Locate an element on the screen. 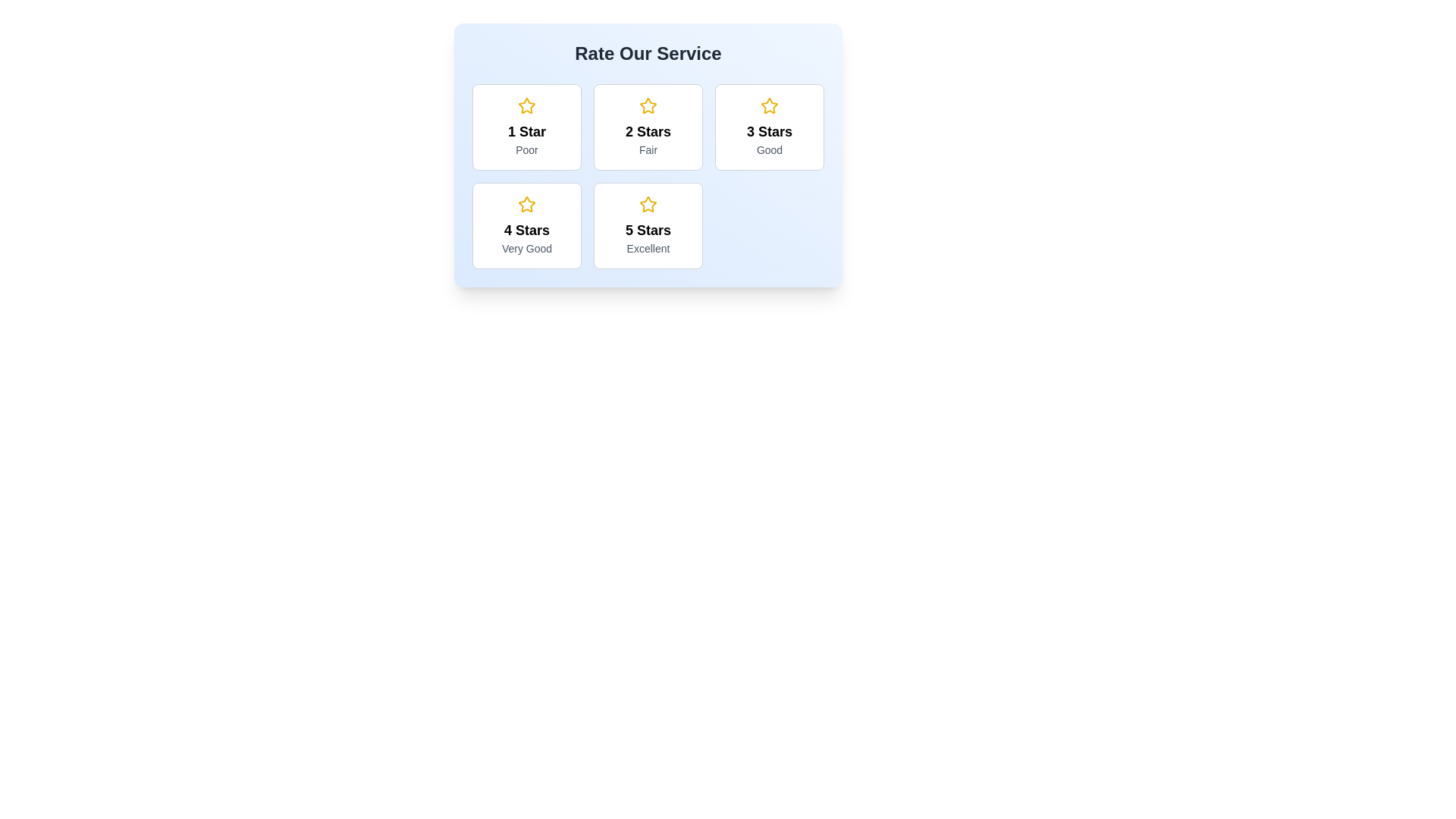 The height and width of the screenshot is (819, 1456). the header text 'Rate Our Service' which is styled in bold and large font, positioned at the top center of the rating area is located at coordinates (648, 52).